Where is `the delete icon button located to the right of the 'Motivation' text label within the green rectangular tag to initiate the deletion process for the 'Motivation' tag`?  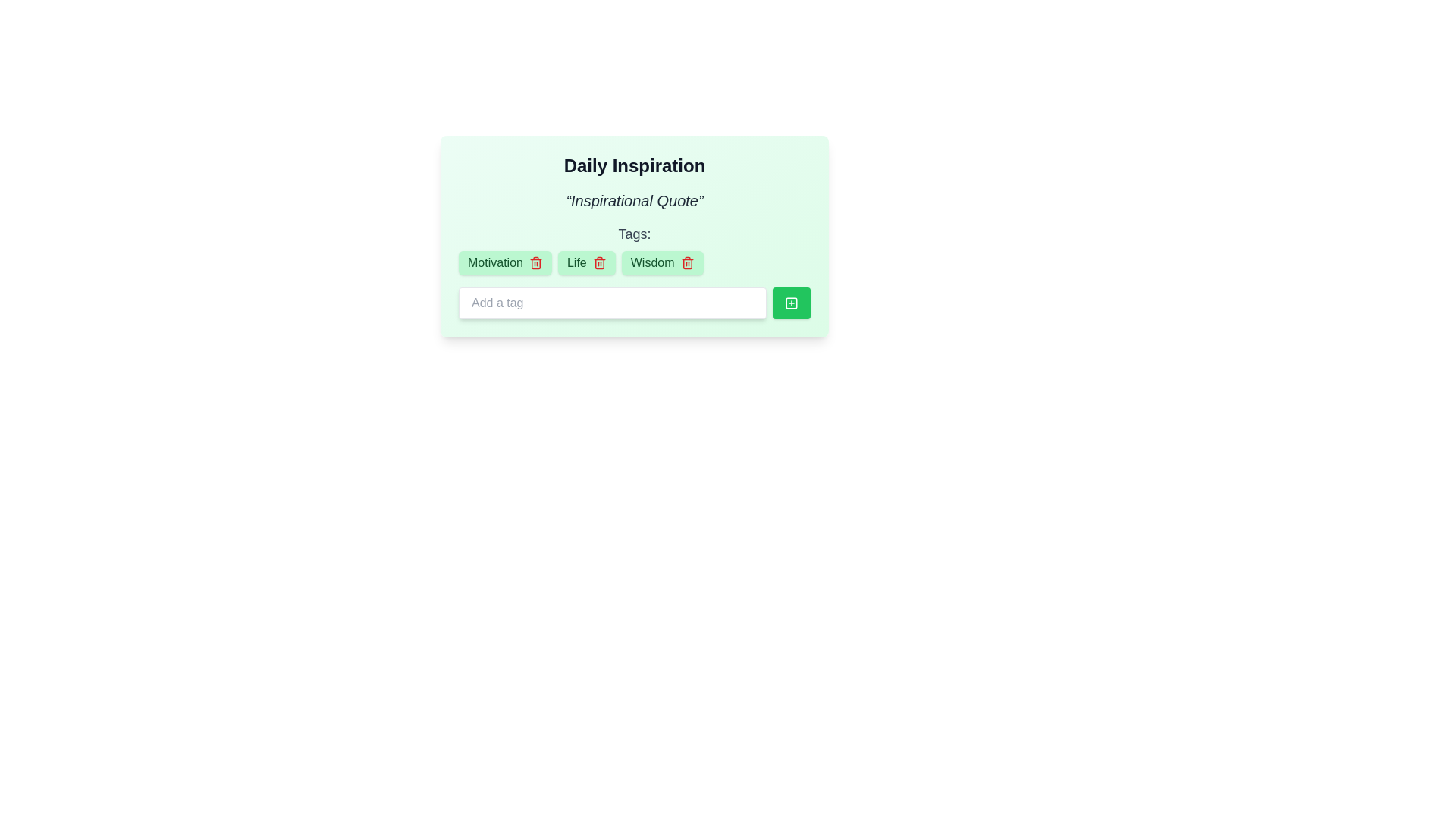
the delete icon button located to the right of the 'Motivation' text label within the green rectangular tag to initiate the deletion process for the 'Motivation' tag is located at coordinates (535, 262).